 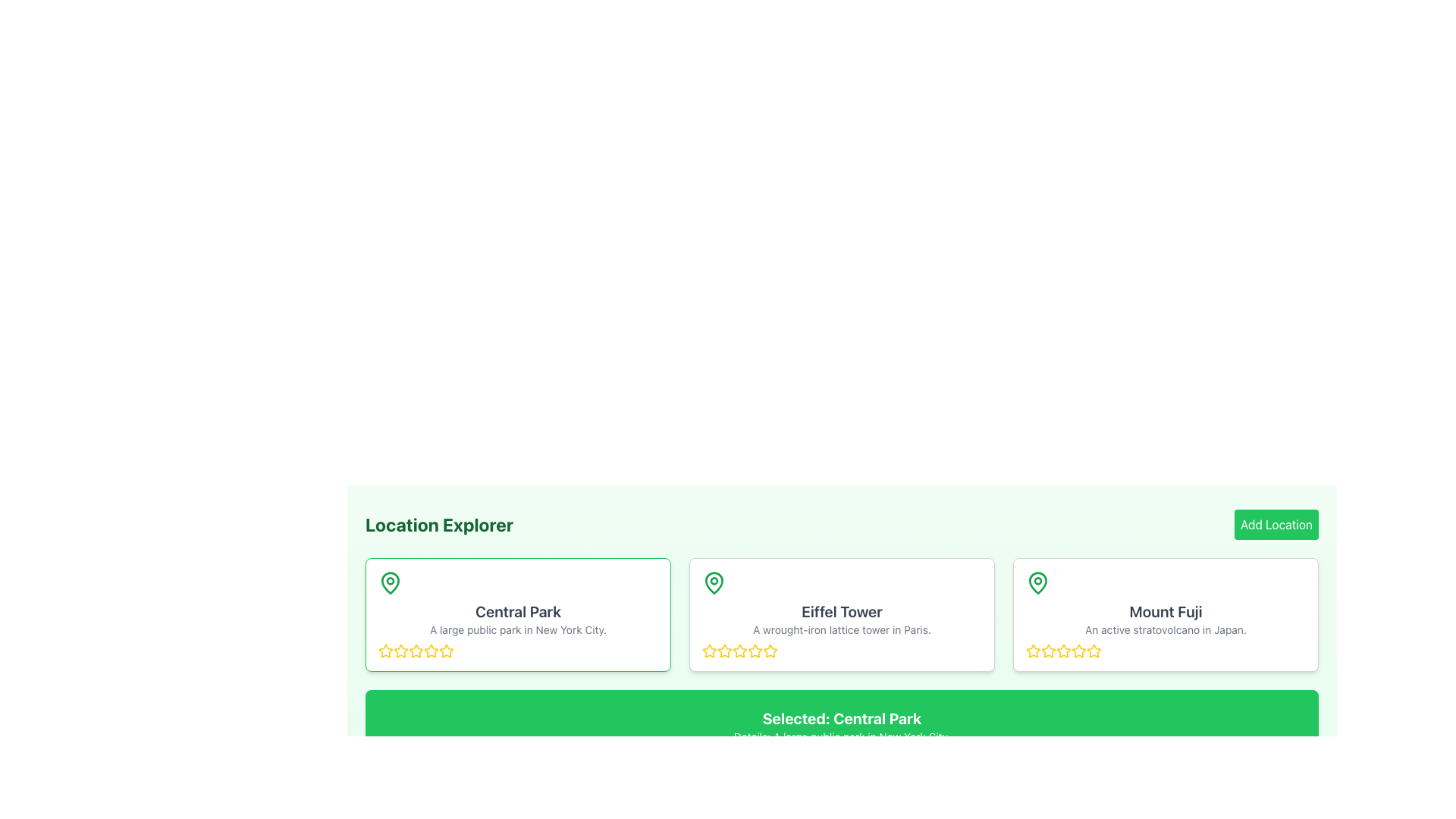 What do you see at coordinates (416, 651) in the screenshot?
I see `the fourth star in the rating system below the 'Central Park' title` at bounding box center [416, 651].